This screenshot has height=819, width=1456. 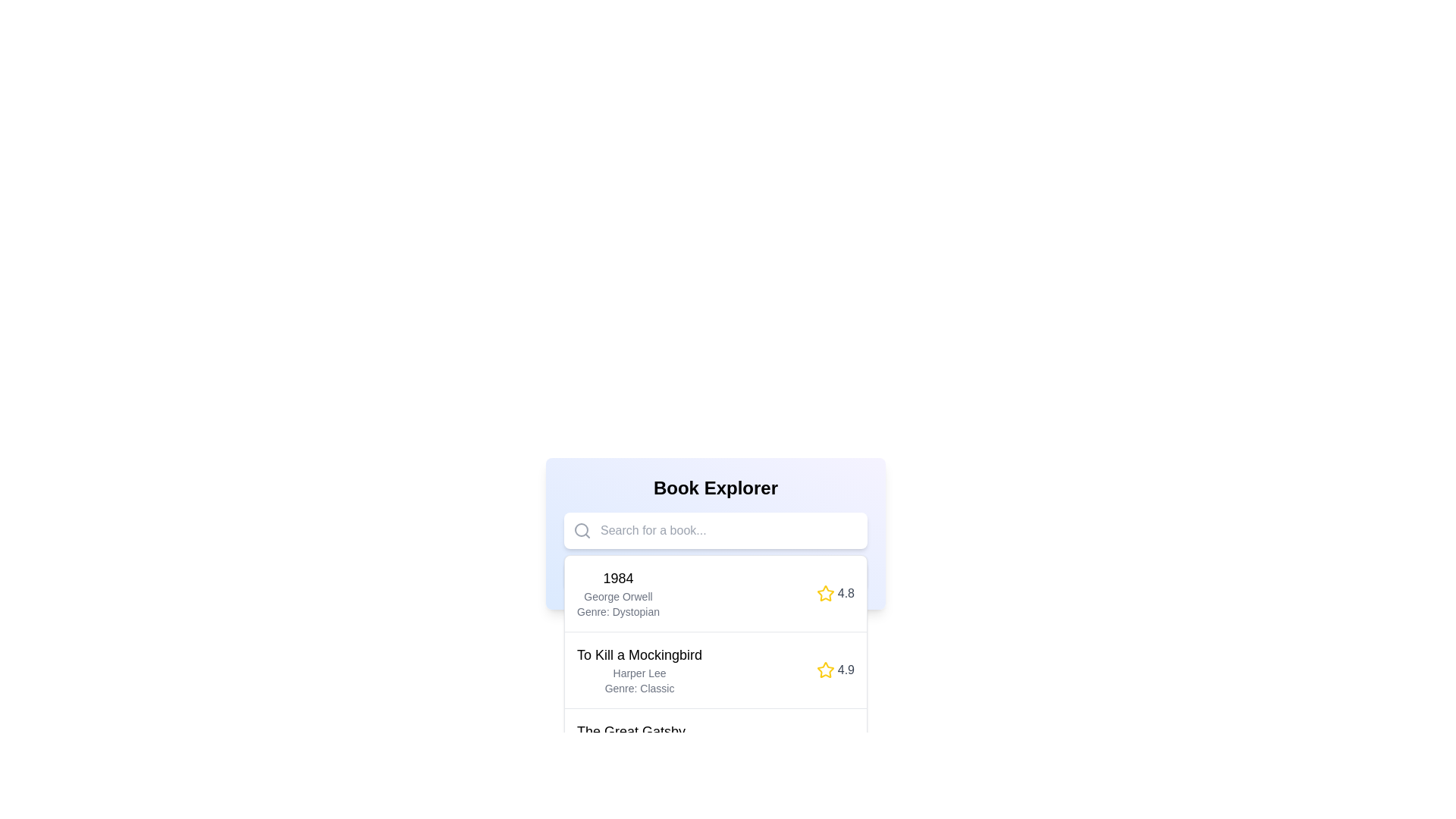 I want to click on the circular centerpiece of the search icon, which is visually adjacent to the left edge of the search input field, so click(x=581, y=529).